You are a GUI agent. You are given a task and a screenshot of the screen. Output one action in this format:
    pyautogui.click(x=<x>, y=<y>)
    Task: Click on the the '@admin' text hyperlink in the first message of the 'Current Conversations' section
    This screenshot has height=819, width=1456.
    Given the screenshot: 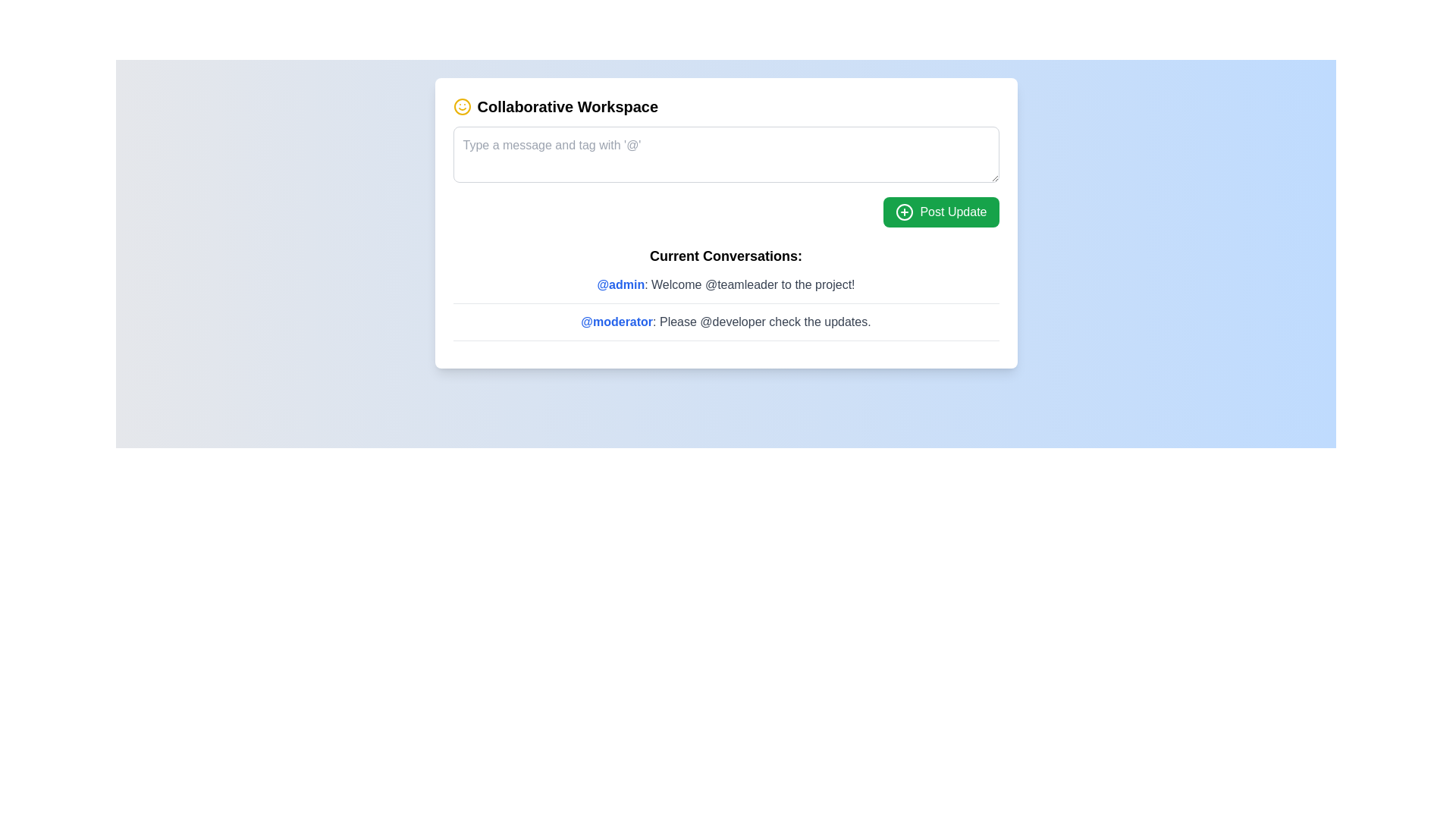 What is the action you would take?
    pyautogui.click(x=620, y=284)
    